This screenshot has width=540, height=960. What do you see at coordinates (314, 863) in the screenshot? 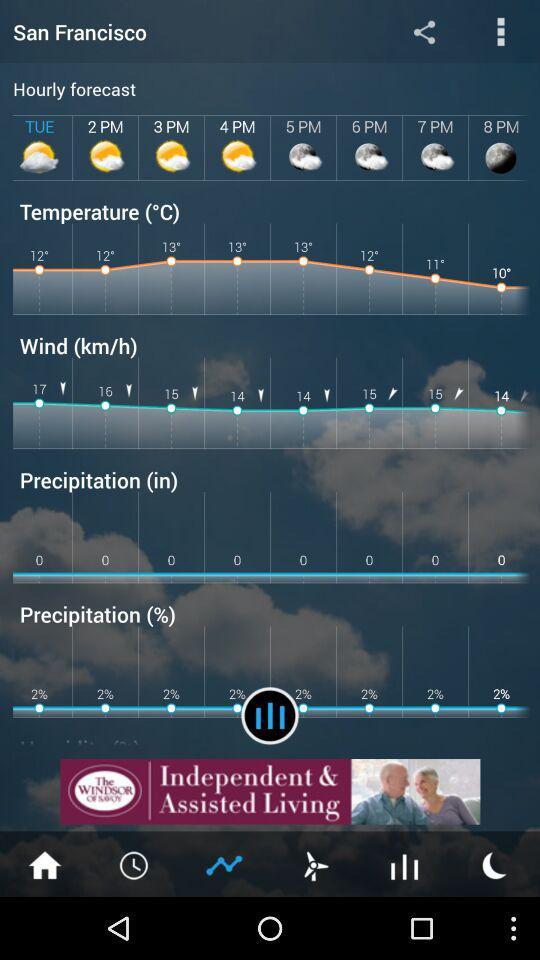
I see `menu button` at bounding box center [314, 863].